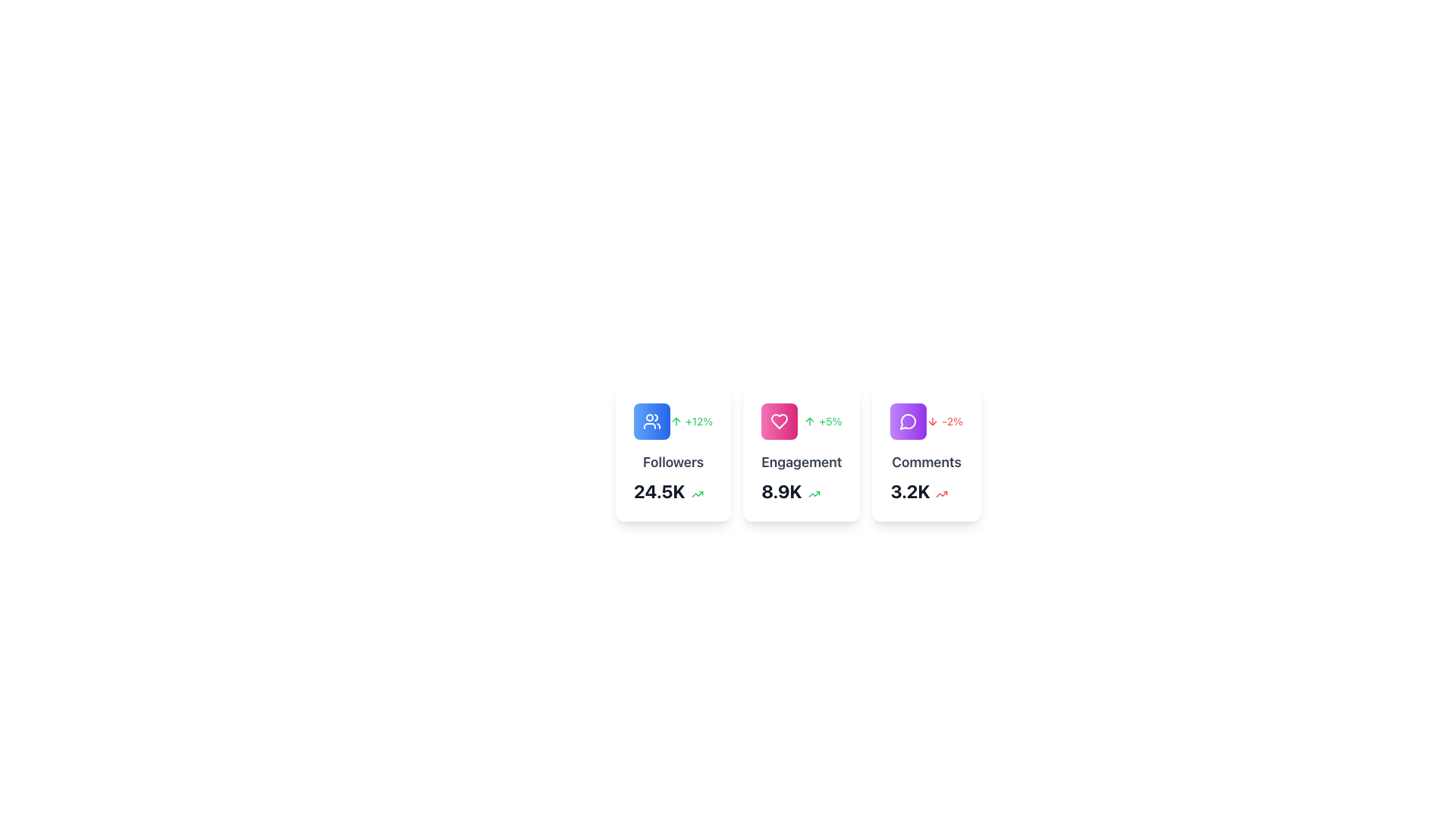 This screenshot has width=1456, height=819. I want to click on the static text label indicating a numerical percentage decrease within the 'Comments' card, located in the upper right portion of the third card from the left, so click(952, 421).